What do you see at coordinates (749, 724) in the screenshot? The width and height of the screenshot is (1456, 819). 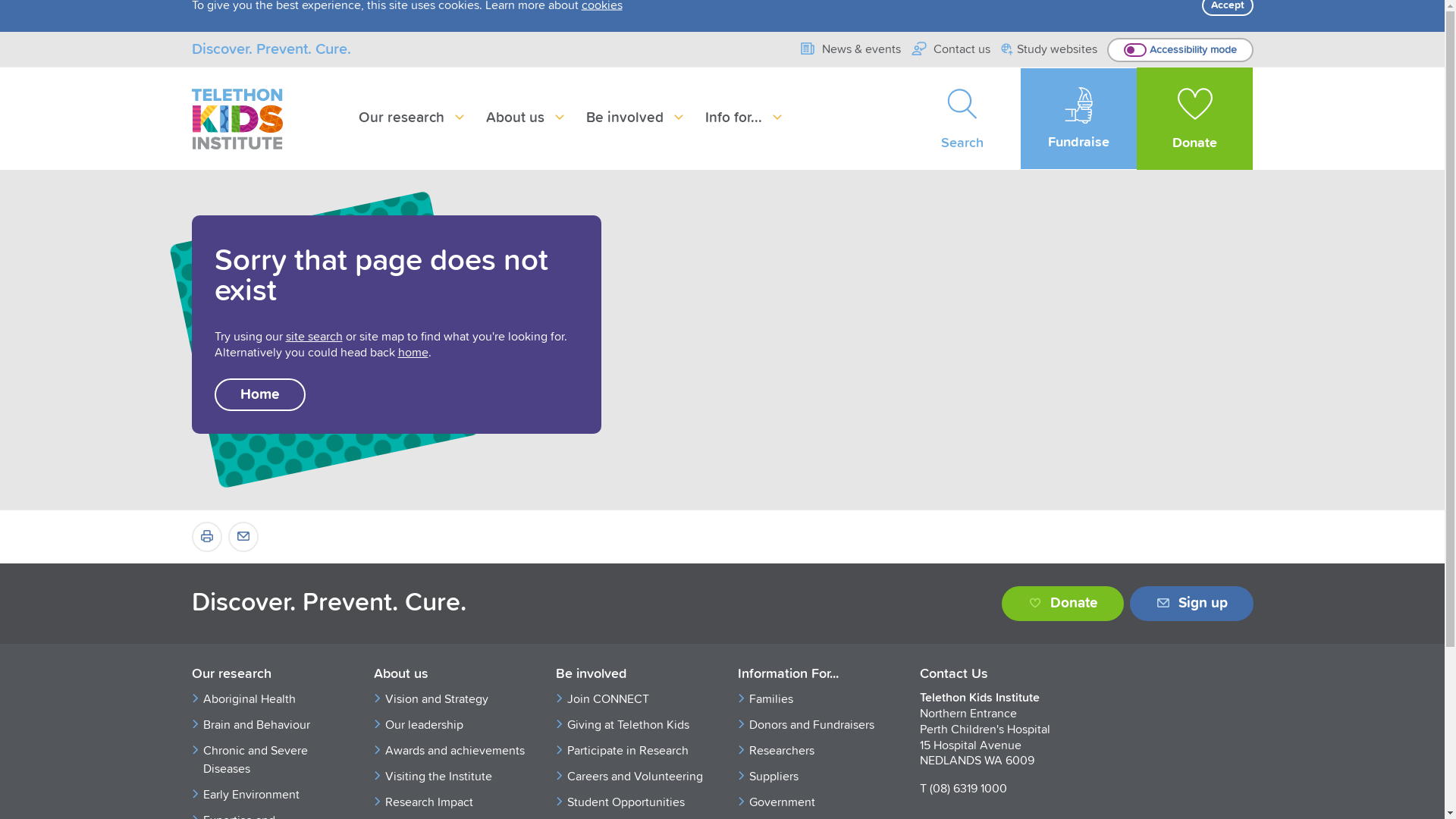 I see `'Donors and Fundraisers'` at bounding box center [749, 724].